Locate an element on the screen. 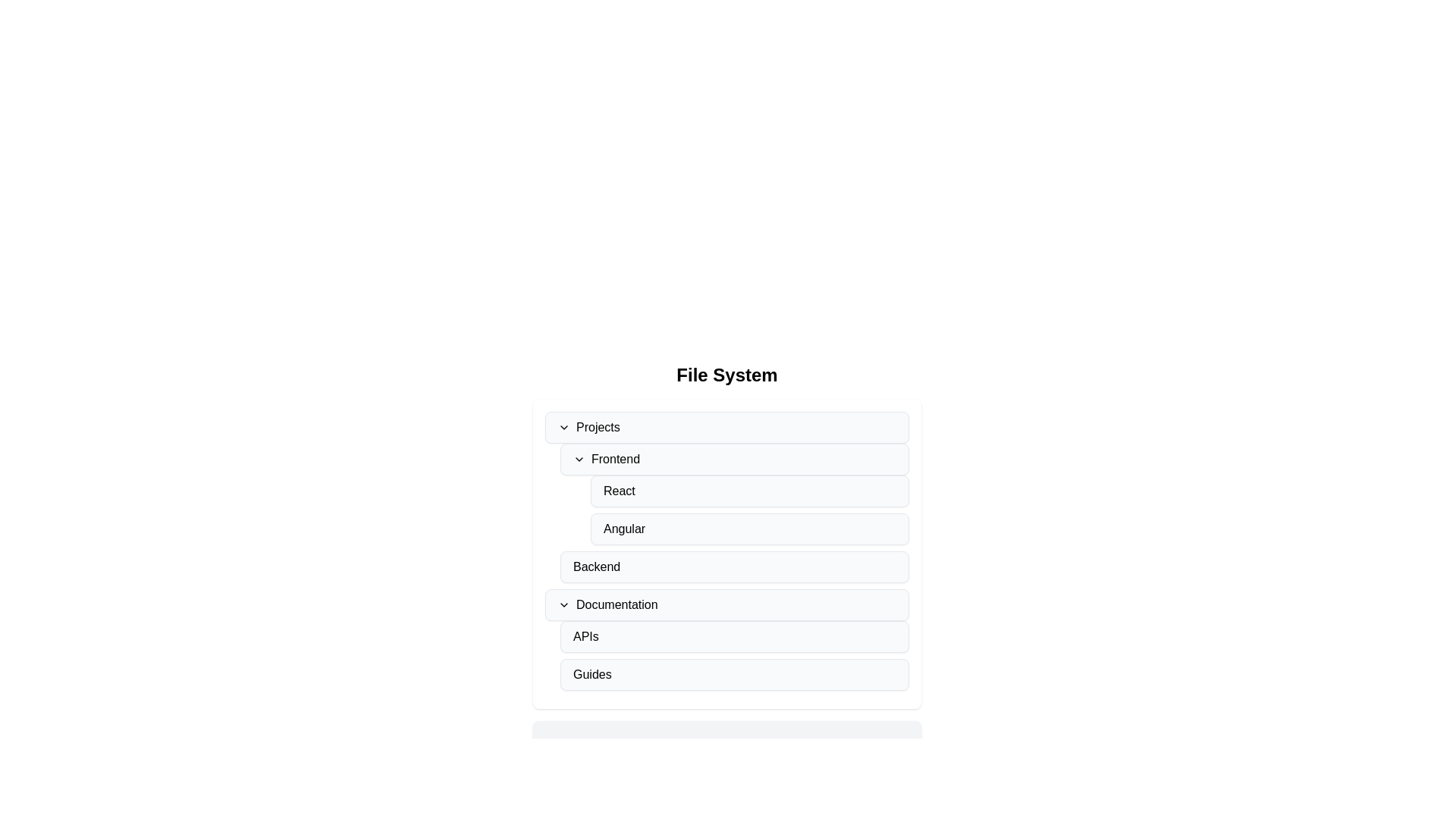 The image size is (1456, 819). the 'Documentation' text label is located at coordinates (607, 604).